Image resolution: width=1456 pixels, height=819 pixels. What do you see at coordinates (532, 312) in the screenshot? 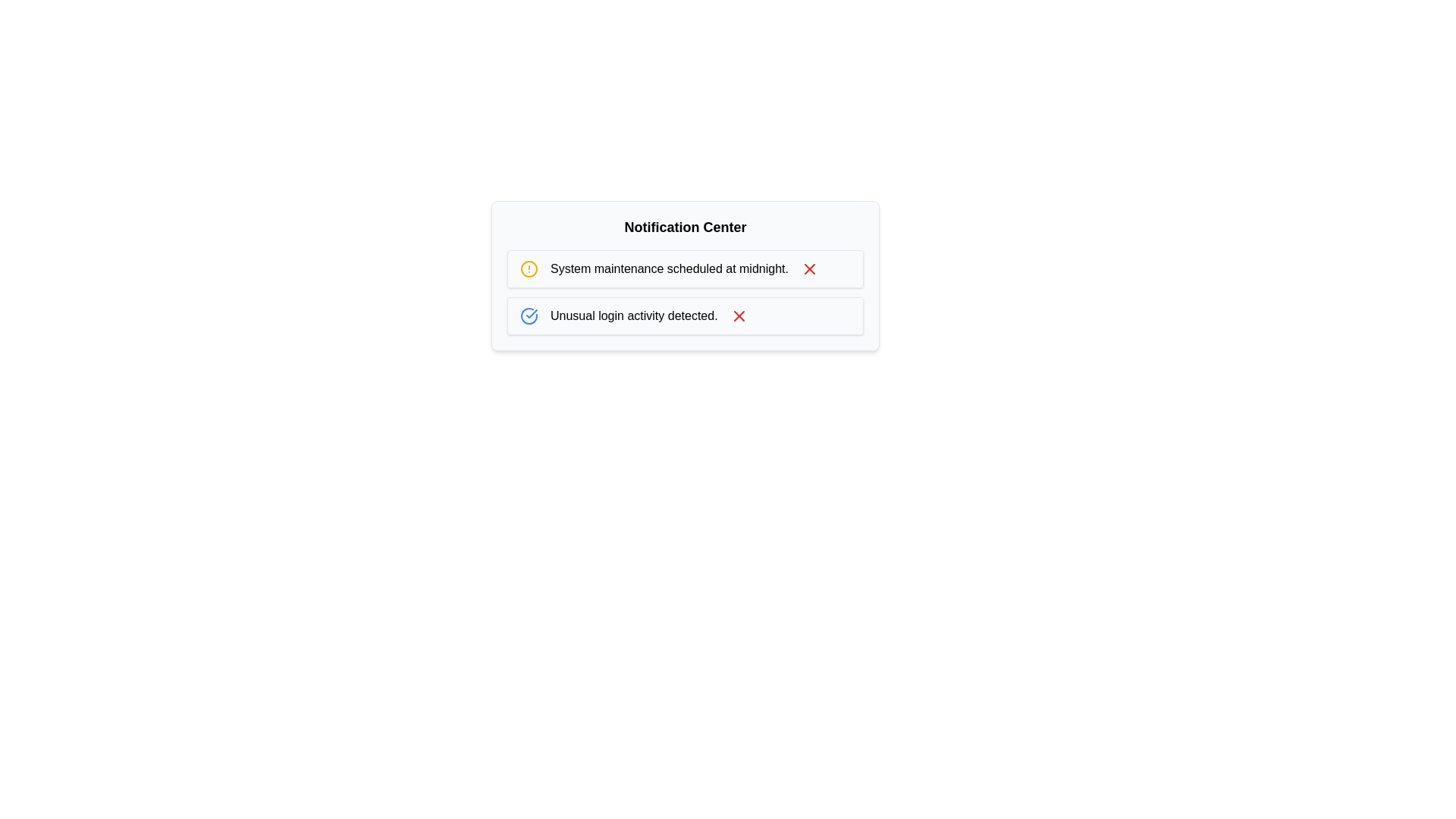
I see `the checkmark icon within the circular outline of the second notification entry in the Notification Center, which indicates a successful or completed action` at bounding box center [532, 312].